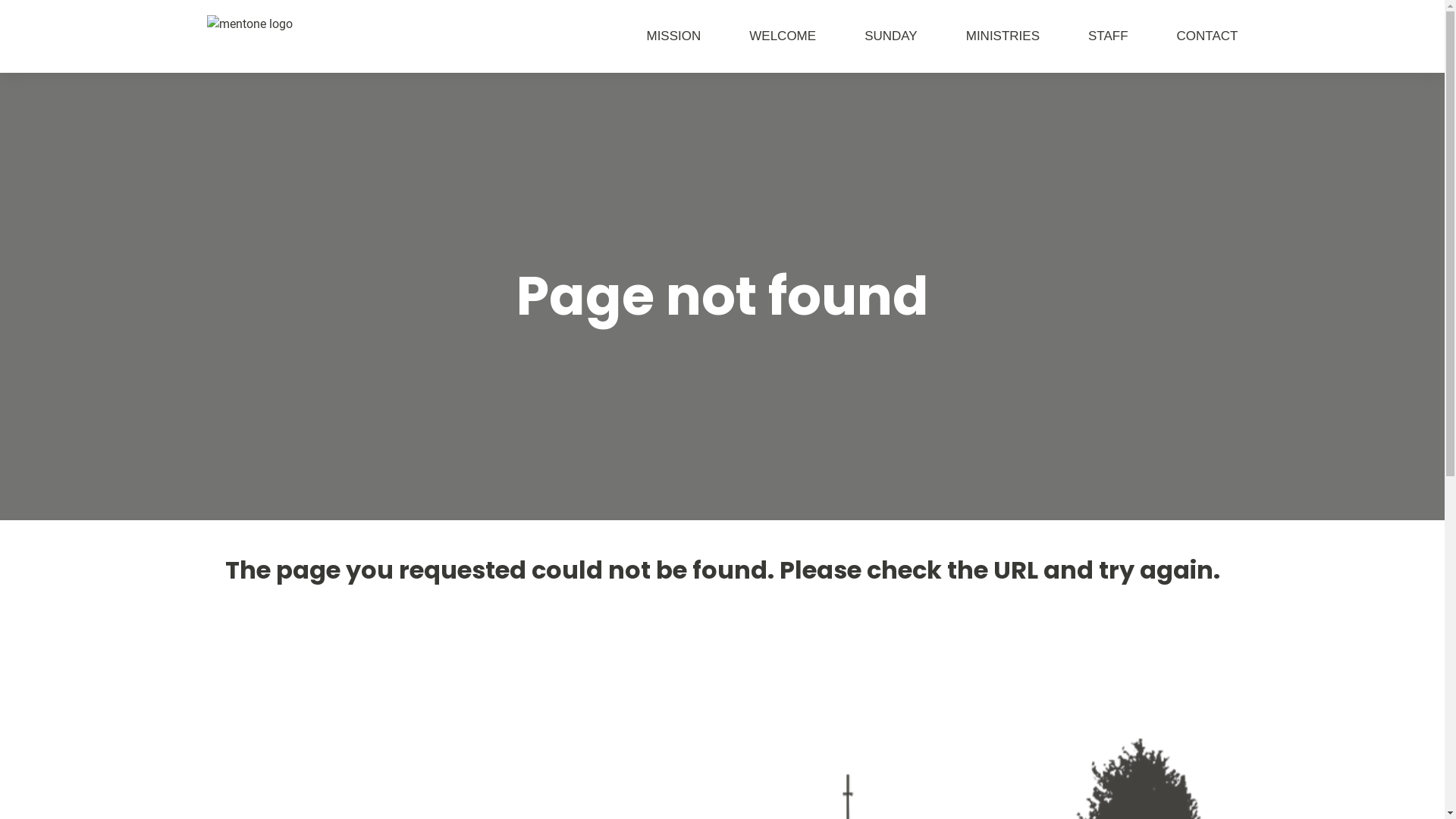 The width and height of the screenshot is (1456, 819). I want to click on 'CONTACT', so click(1182, 35).